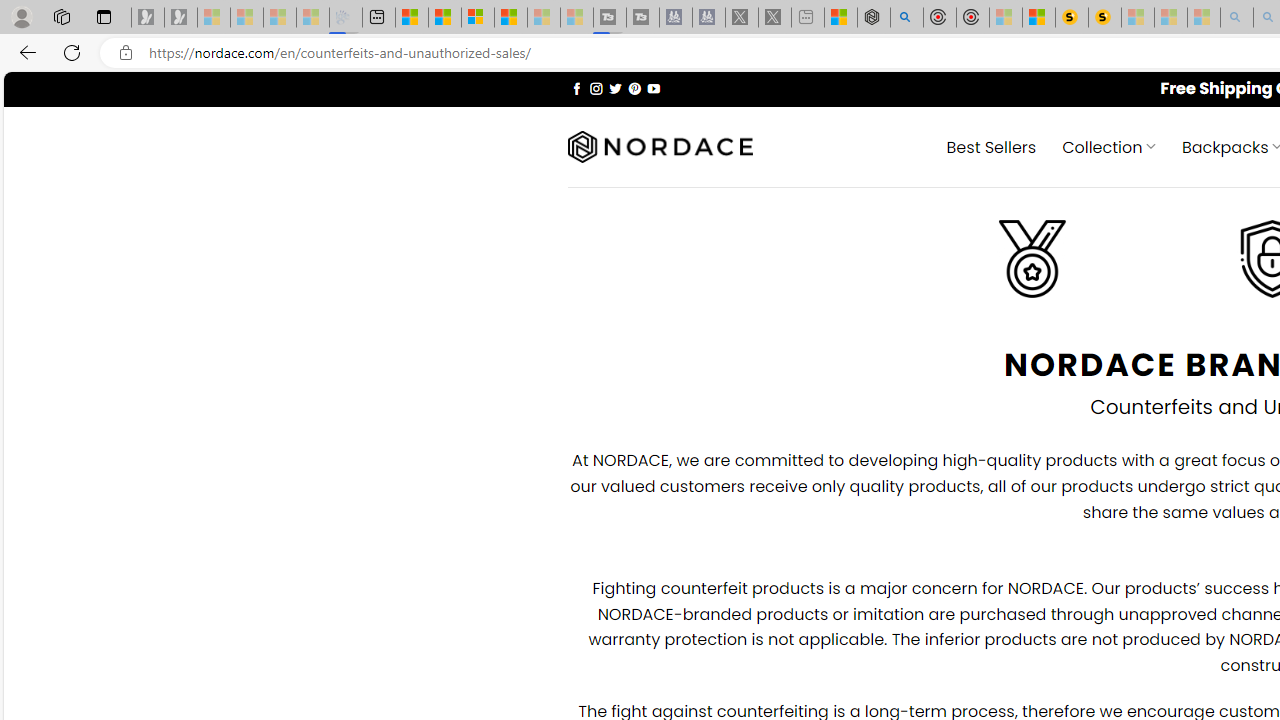  What do you see at coordinates (991, 145) in the screenshot?
I see `'  Best Sellers'` at bounding box center [991, 145].